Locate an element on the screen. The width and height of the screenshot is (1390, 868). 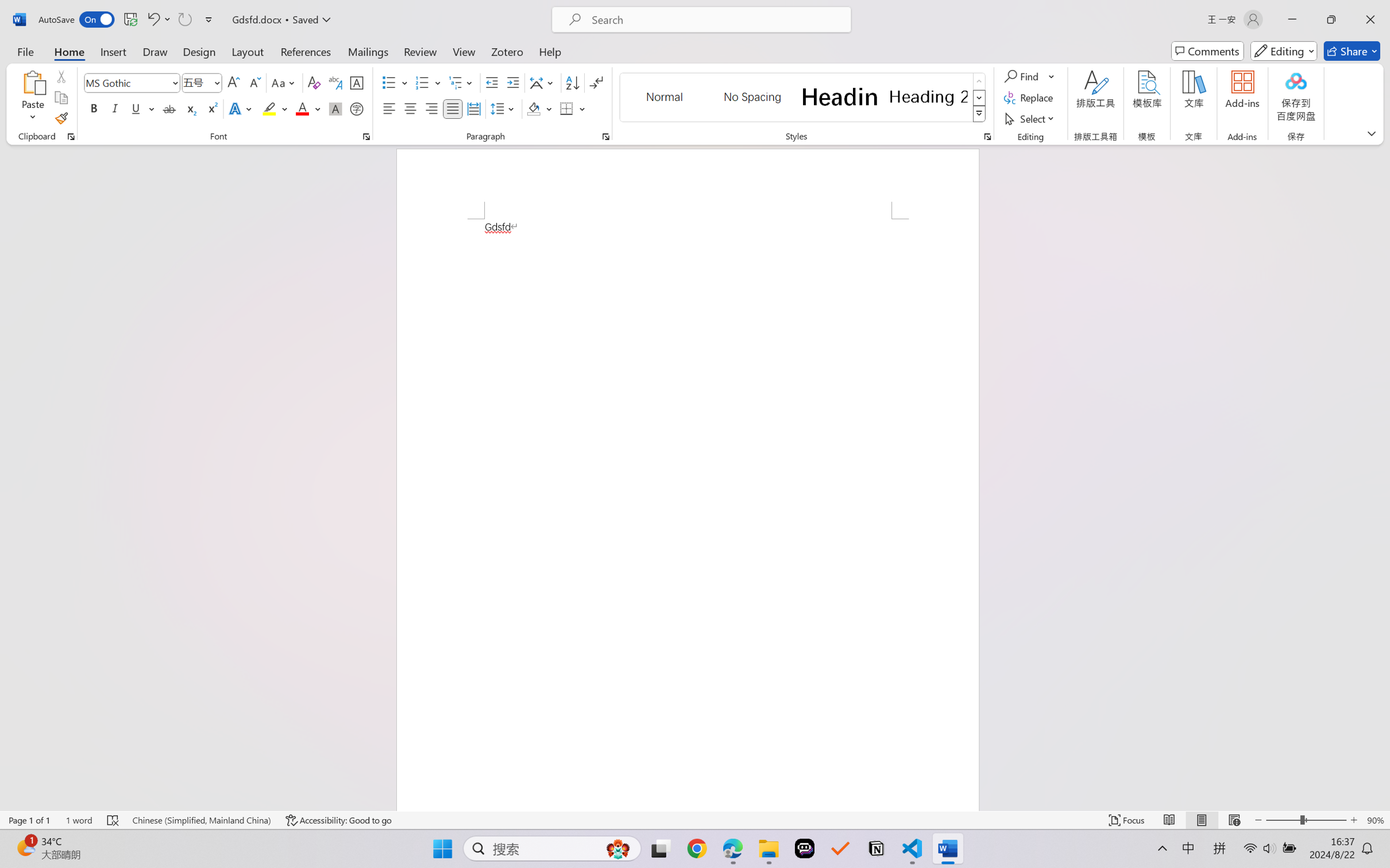
'Font Color Red' is located at coordinates (303, 108).